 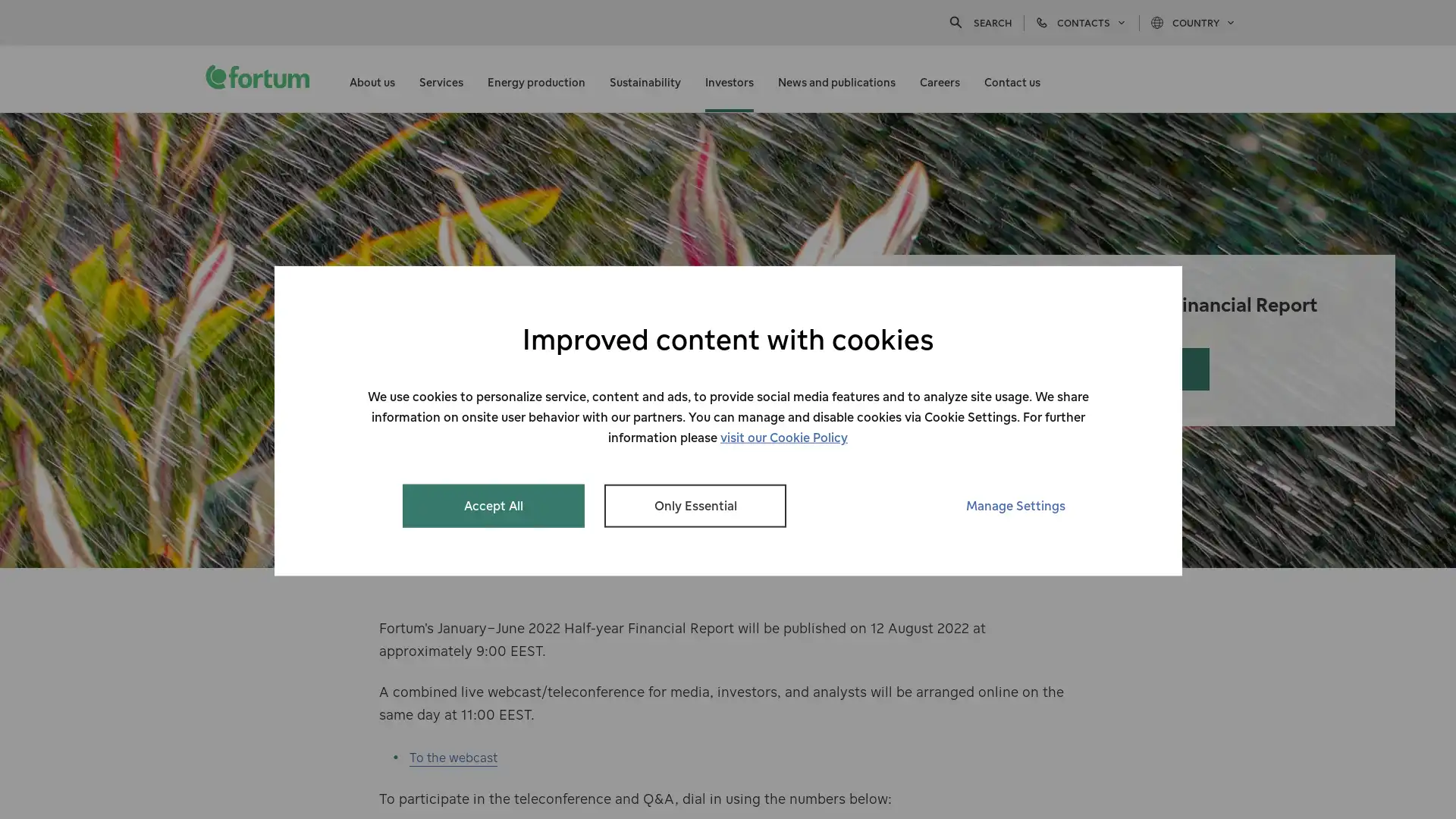 I want to click on COUNTRY, so click(x=1193, y=22).